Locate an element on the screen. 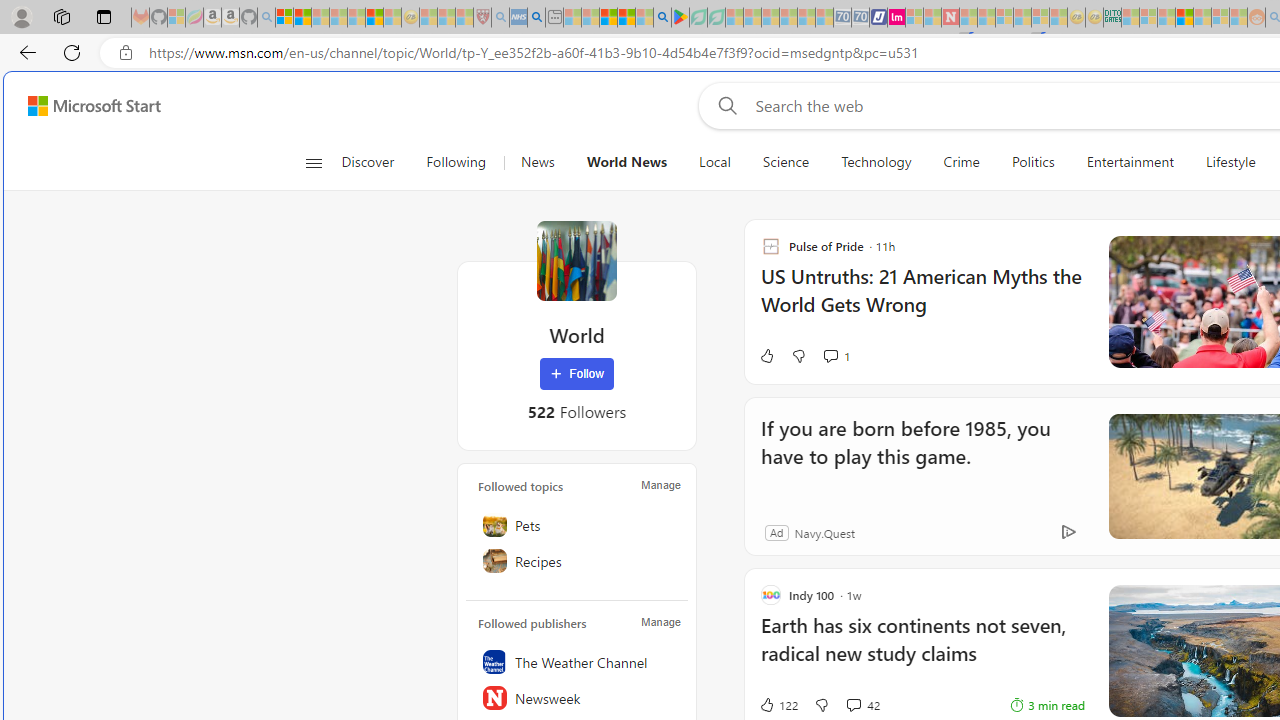  'Pets' is located at coordinates (576, 524).